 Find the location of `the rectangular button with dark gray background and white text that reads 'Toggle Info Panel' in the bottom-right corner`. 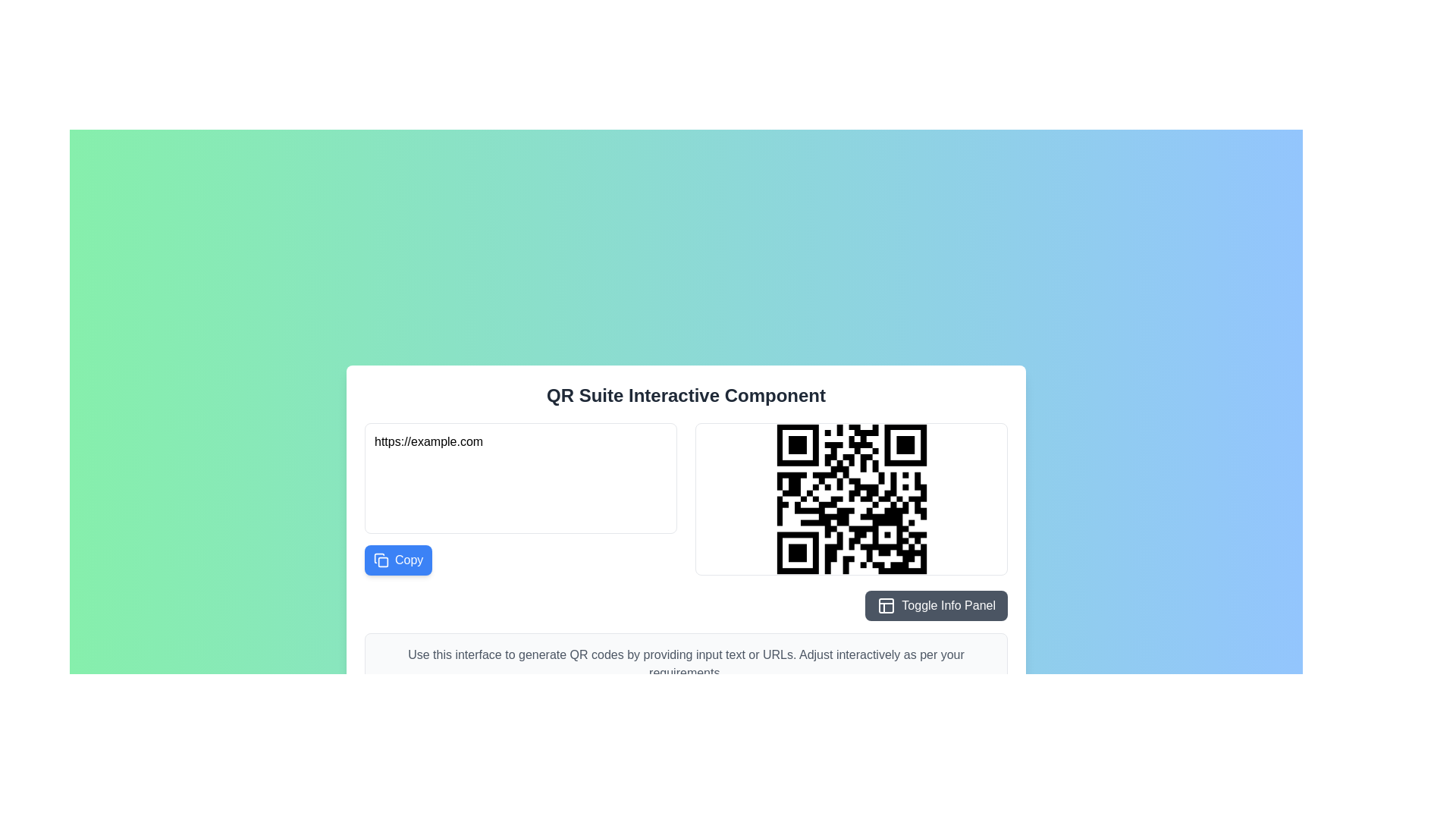

the rectangular button with dark gray background and white text that reads 'Toggle Info Panel' in the bottom-right corner is located at coordinates (936, 604).